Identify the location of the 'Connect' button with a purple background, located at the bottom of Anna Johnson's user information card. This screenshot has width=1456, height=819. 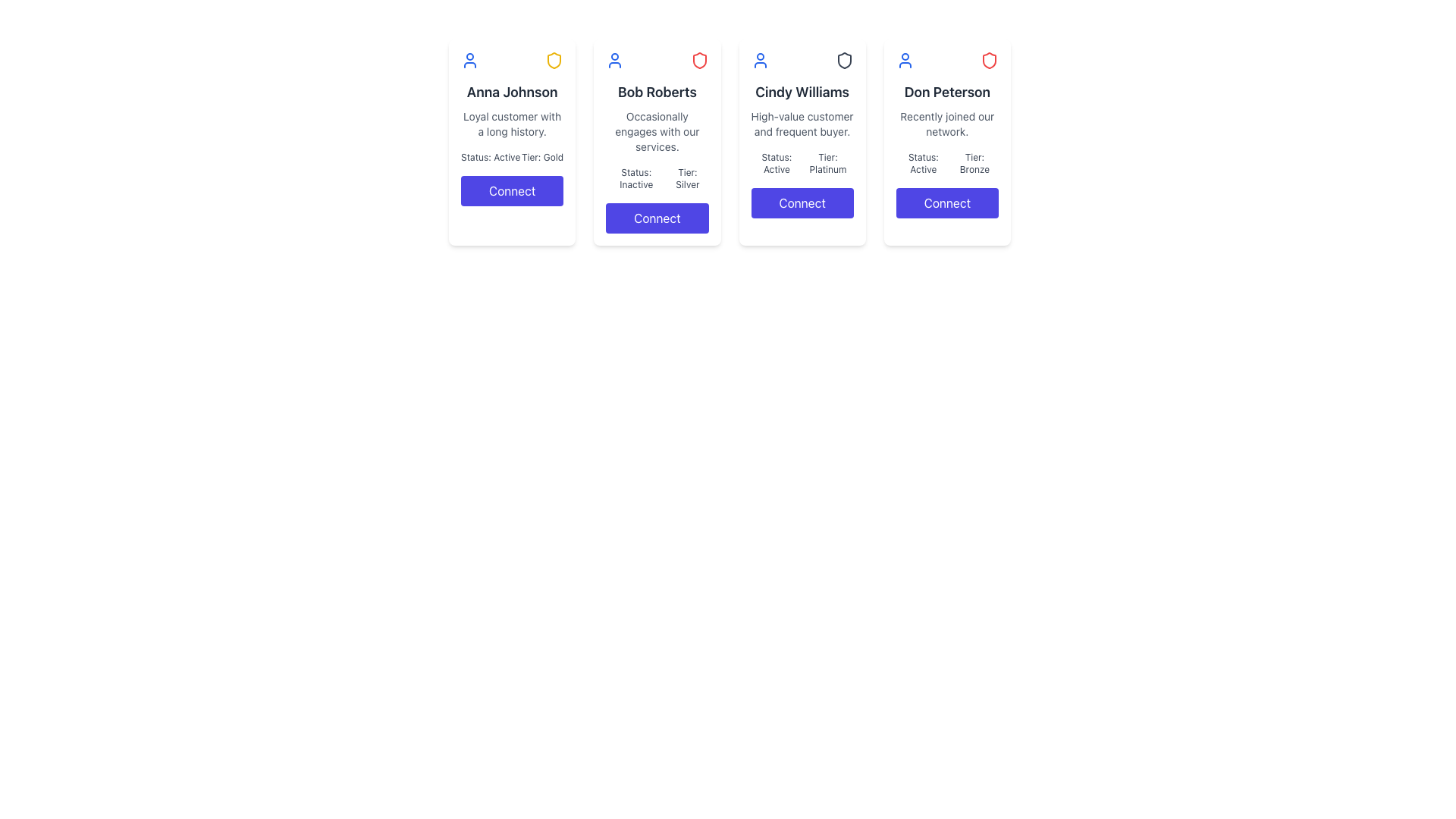
(512, 190).